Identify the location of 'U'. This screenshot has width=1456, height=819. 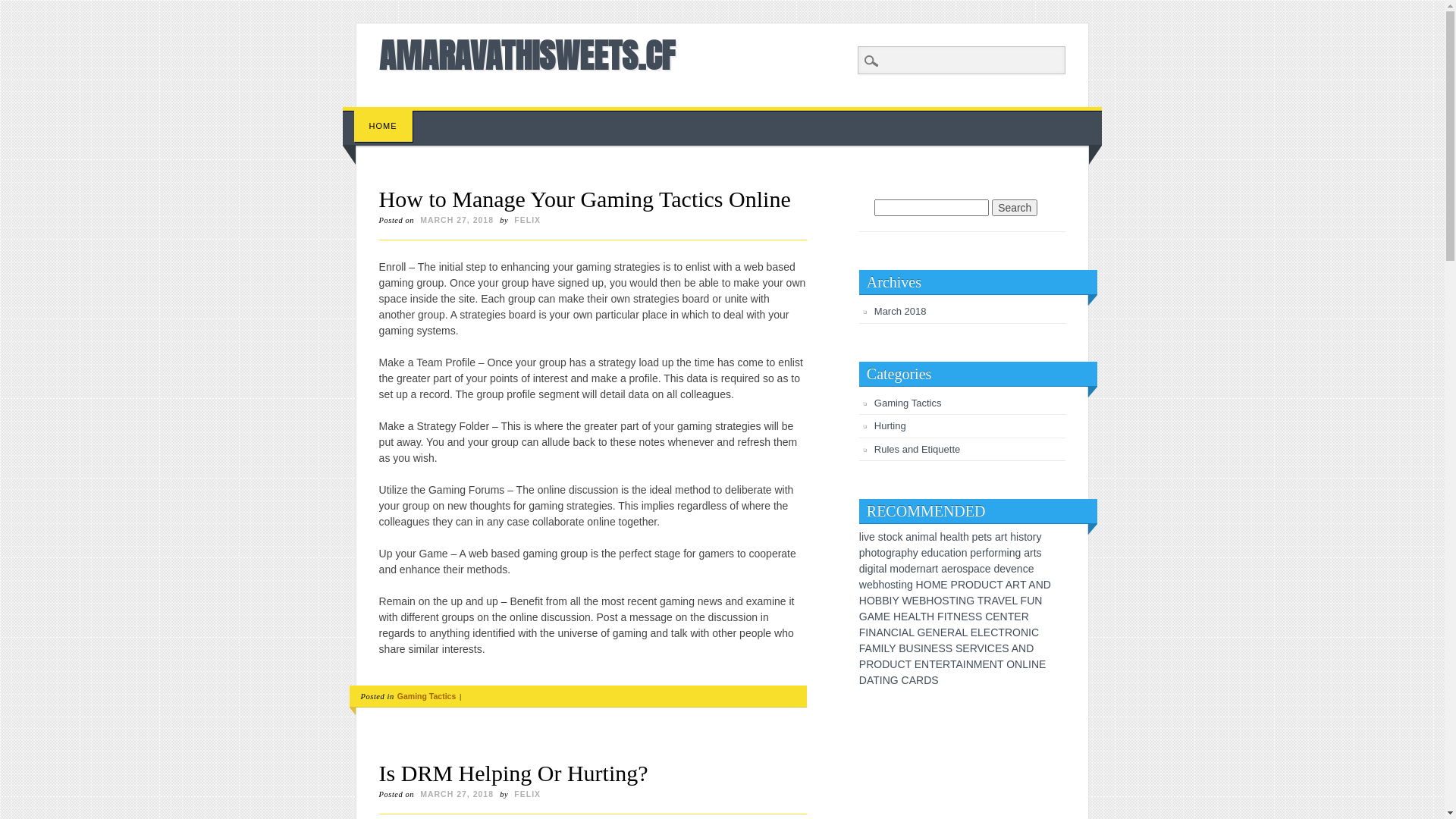
(893, 663).